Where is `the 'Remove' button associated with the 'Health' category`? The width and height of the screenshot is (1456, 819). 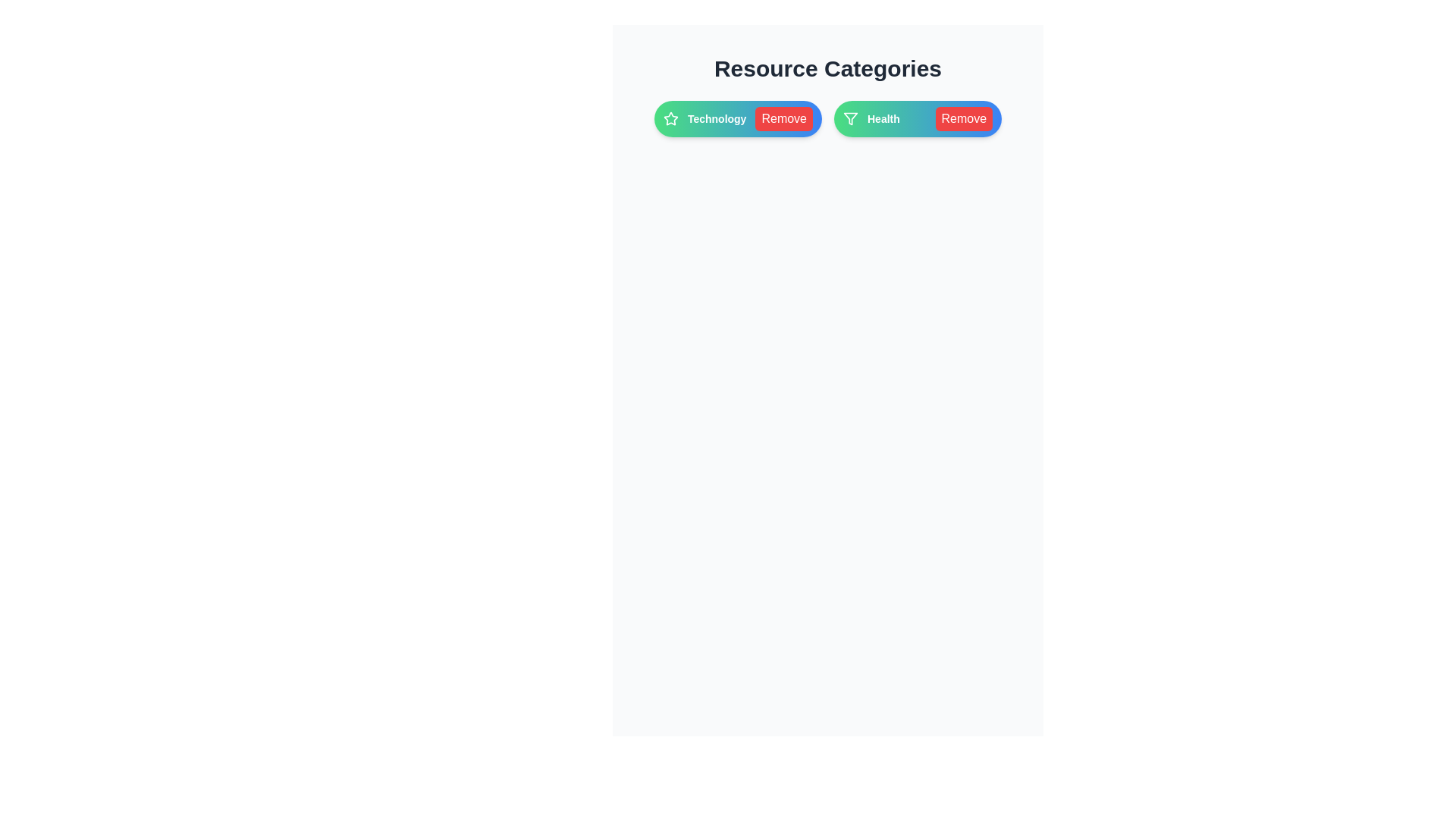
the 'Remove' button associated with the 'Health' category is located at coordinates (963, 118).